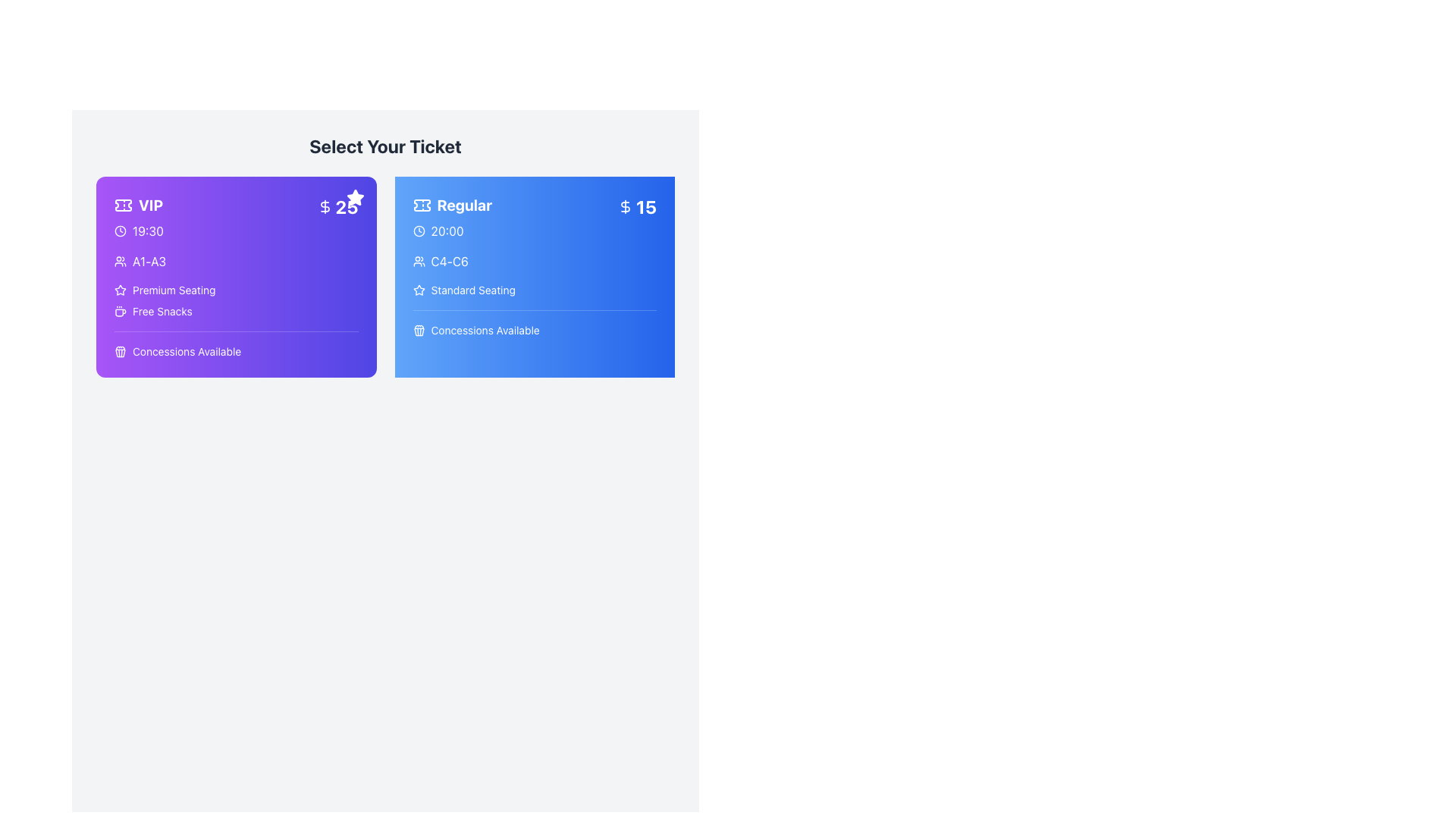  Describe the element at coordinates (139, 217) in the screenshot. I see `properties of the Information display section that features 'VIP' in bold next to a ticket icon, and a clock icon followed by the time '19:30', located on a purple background` at that location.